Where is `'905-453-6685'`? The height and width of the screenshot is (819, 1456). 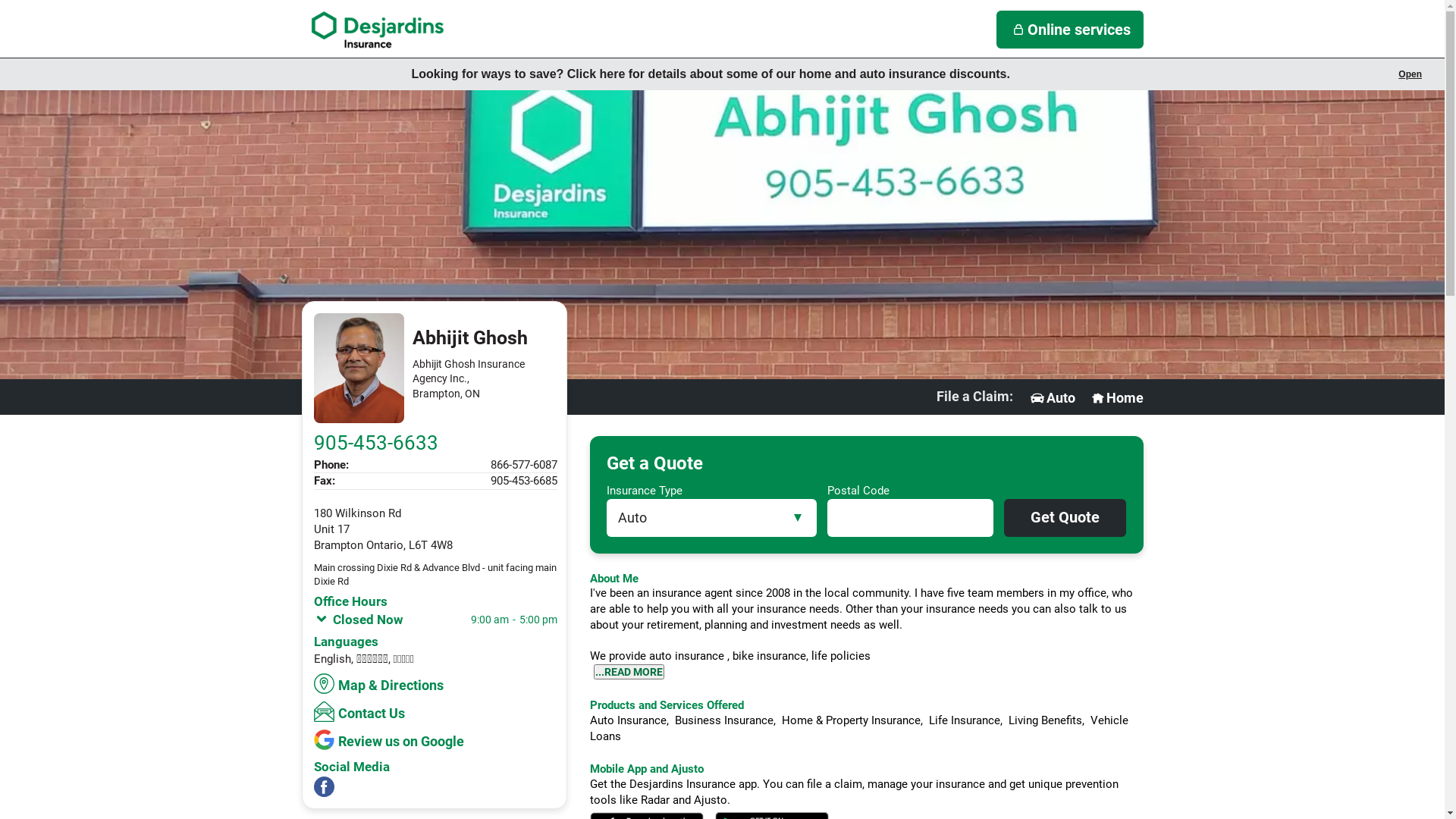
'905-453-6685' is located at coordinates (523, 480).